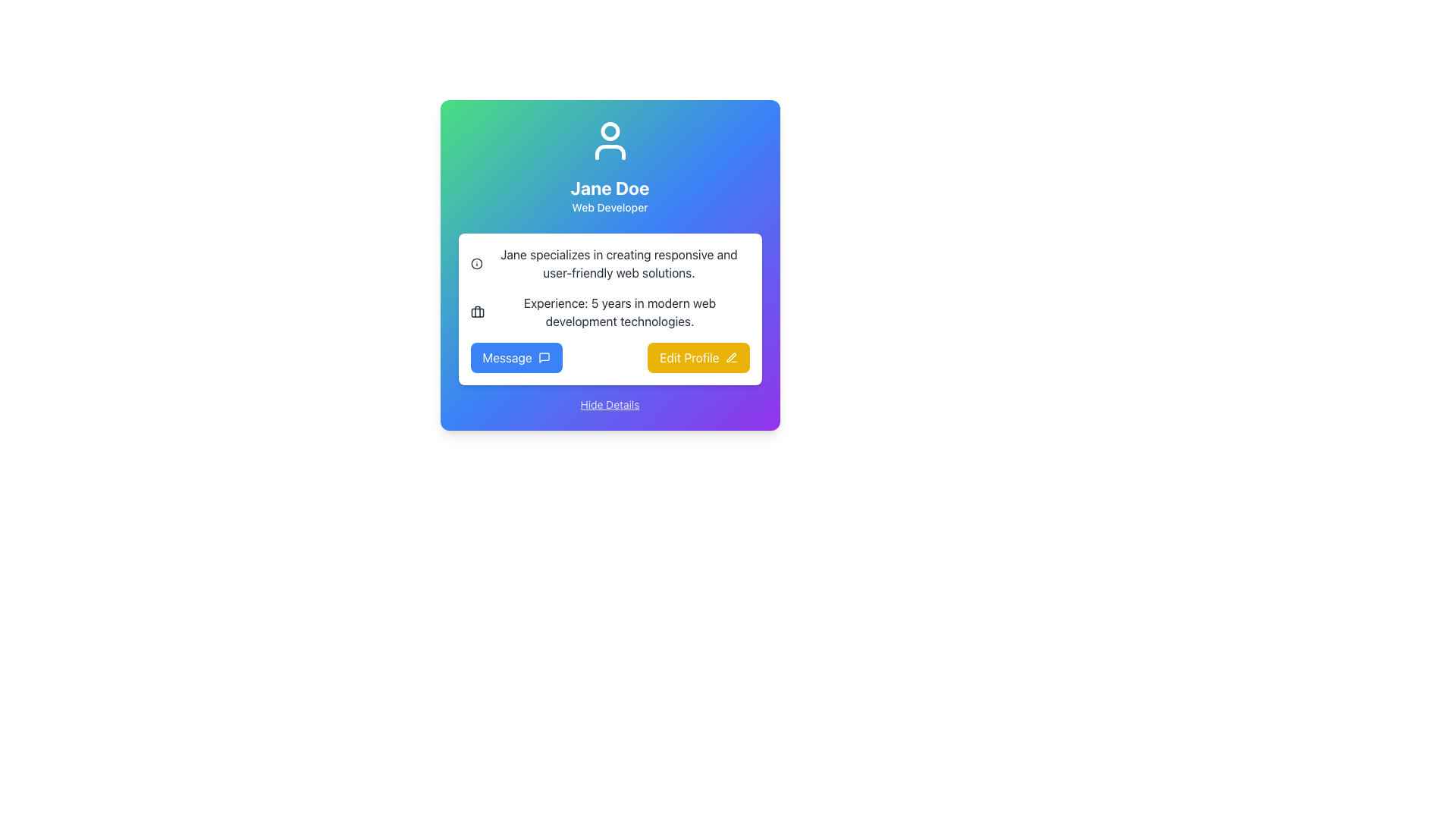 Image resolution: width=1456 pixels, height=819 pixels. What do you see at coordinates (610, 140) in the screenshot?
I see `the decorative user profile icon located above the name 'Jane Doe' and the title 'Web Developer' in the profile card` at bounding box center [610, 140].